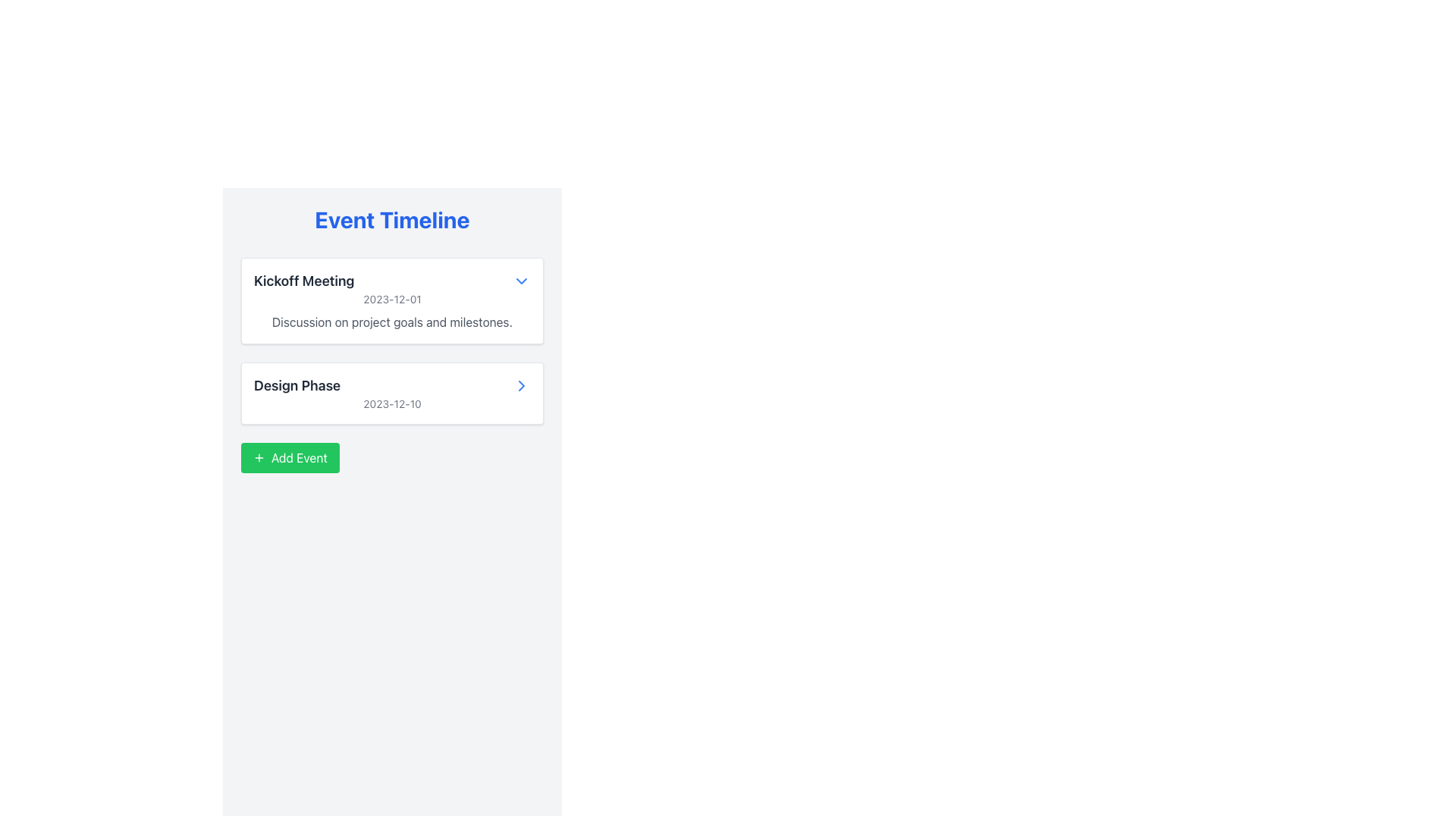 The width and height of the screenshot is (1456, 819). What do you see at coordinates (259, 457) in the screenshot?
I see `the small green '+' icon located within the 'Add Event' button, which is situated in the lower-left region of the interface under the event blocks labeled 'Kickoff Meeting' and 'Design Phase.'` at bounding box center [259, 457].